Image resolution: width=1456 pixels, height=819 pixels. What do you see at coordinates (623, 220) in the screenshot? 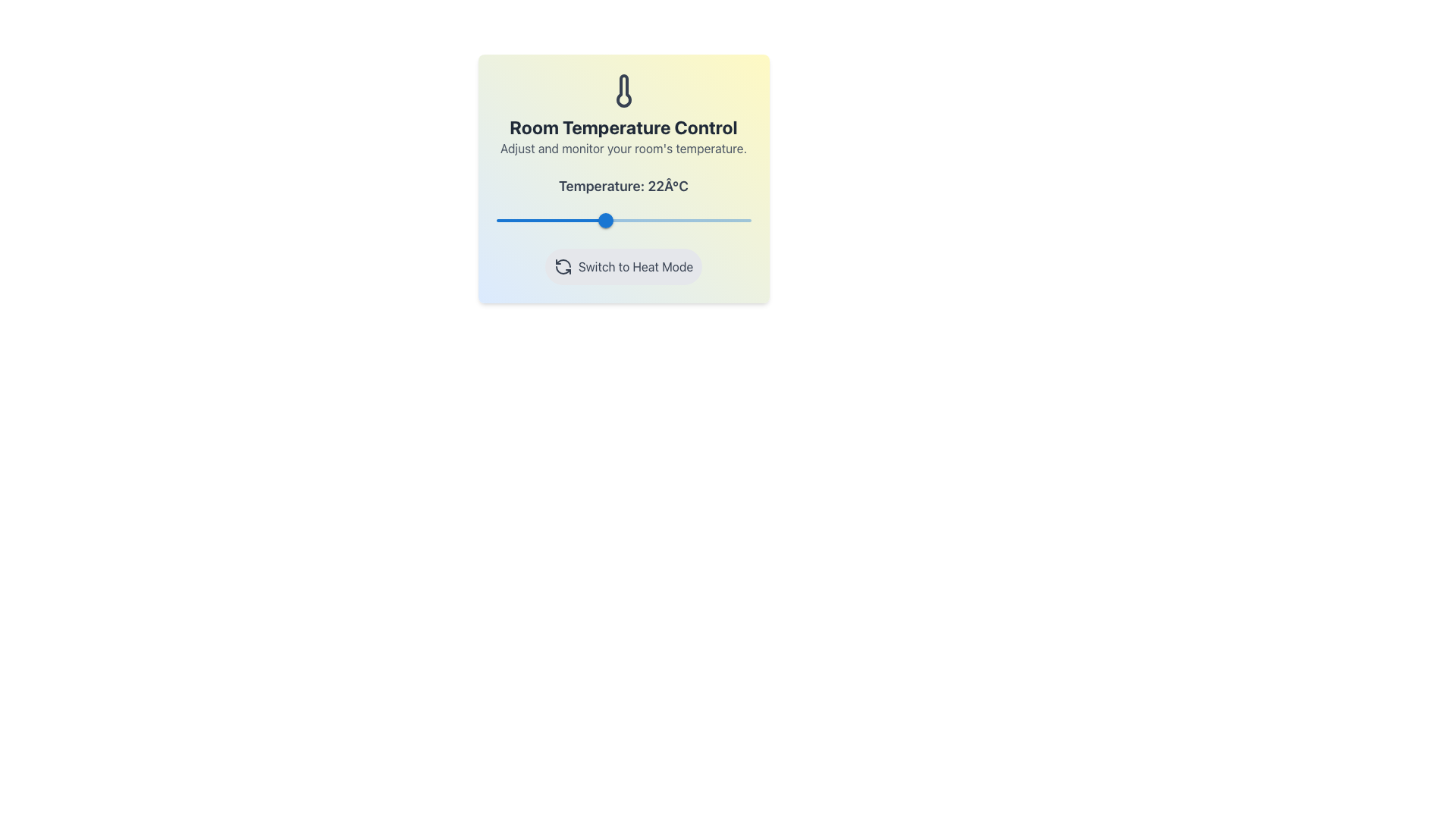
I see `the Slider Rail, which is a thin red line that serves as the inactive track of the horizontal slider component` at bounding box center [623, 220].